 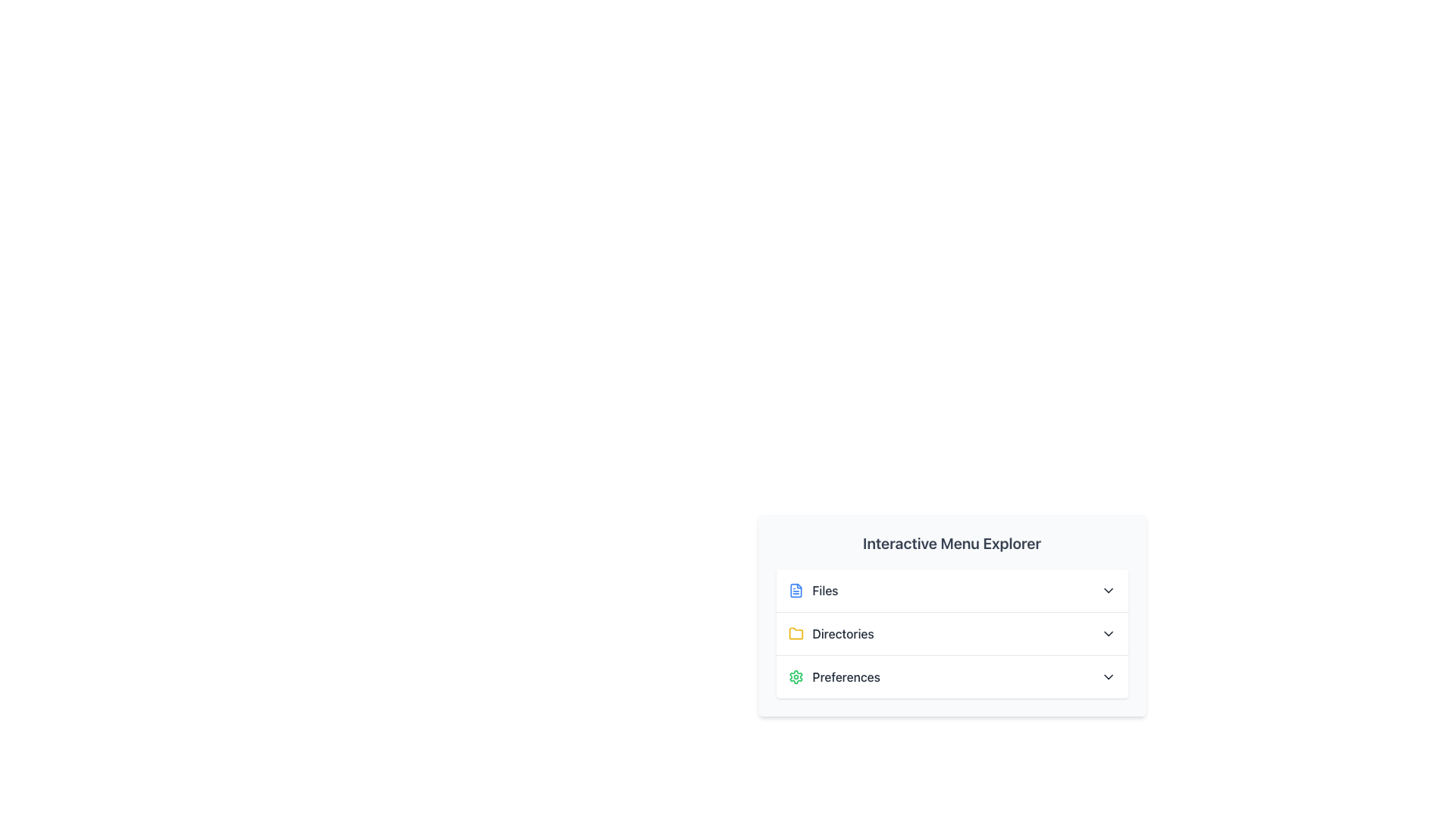 I want to click on the downward-pointing chevron icon located to the right of the 'Preferences' label, so click(x=1108, y=676).